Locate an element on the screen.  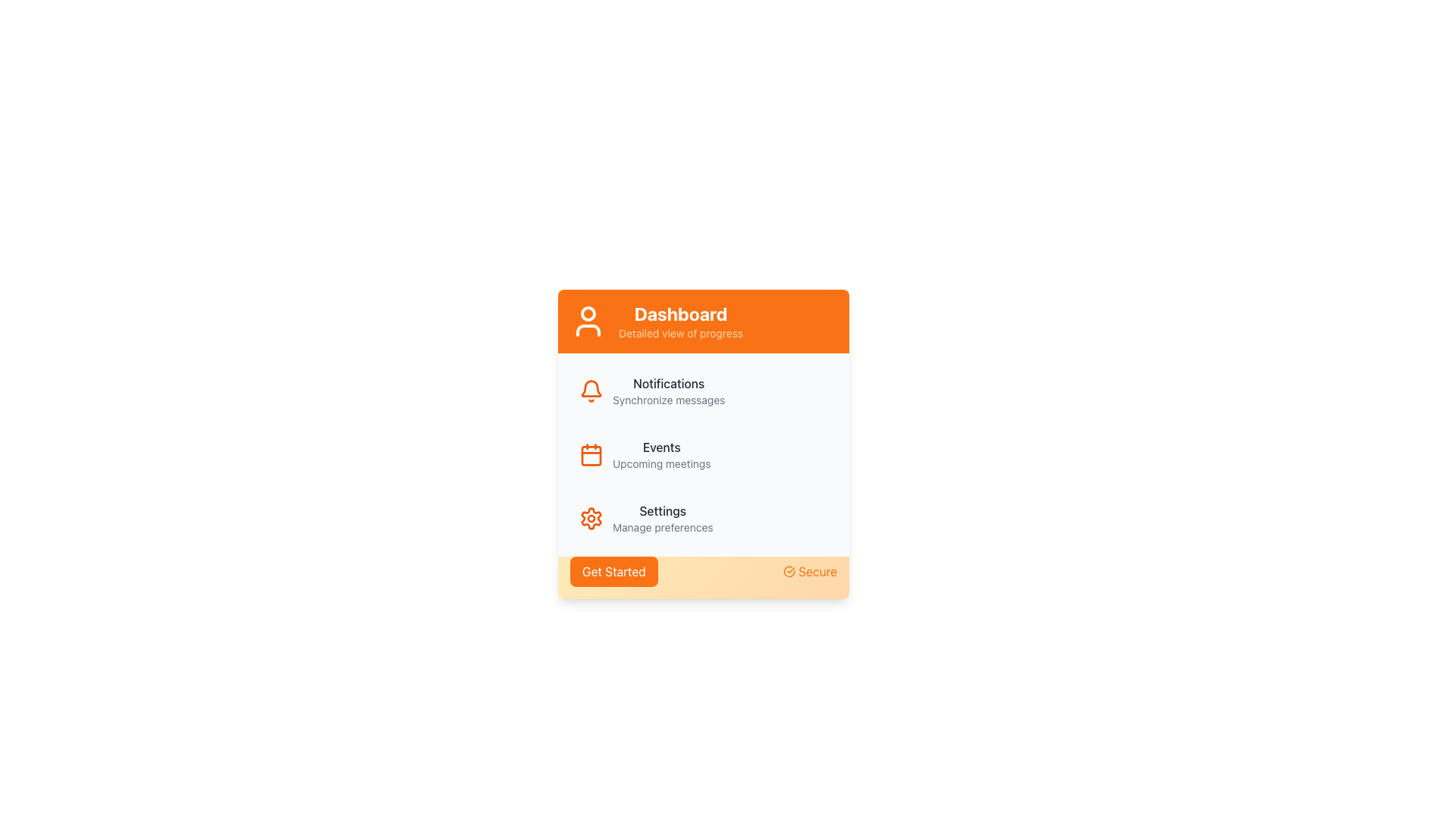
the text display element that serves as a navigation link for managing user settings and preferences, located in the settings section of the user panel, positioned under the gear icon and is the third item in the list is located at coordinates (663, 517).